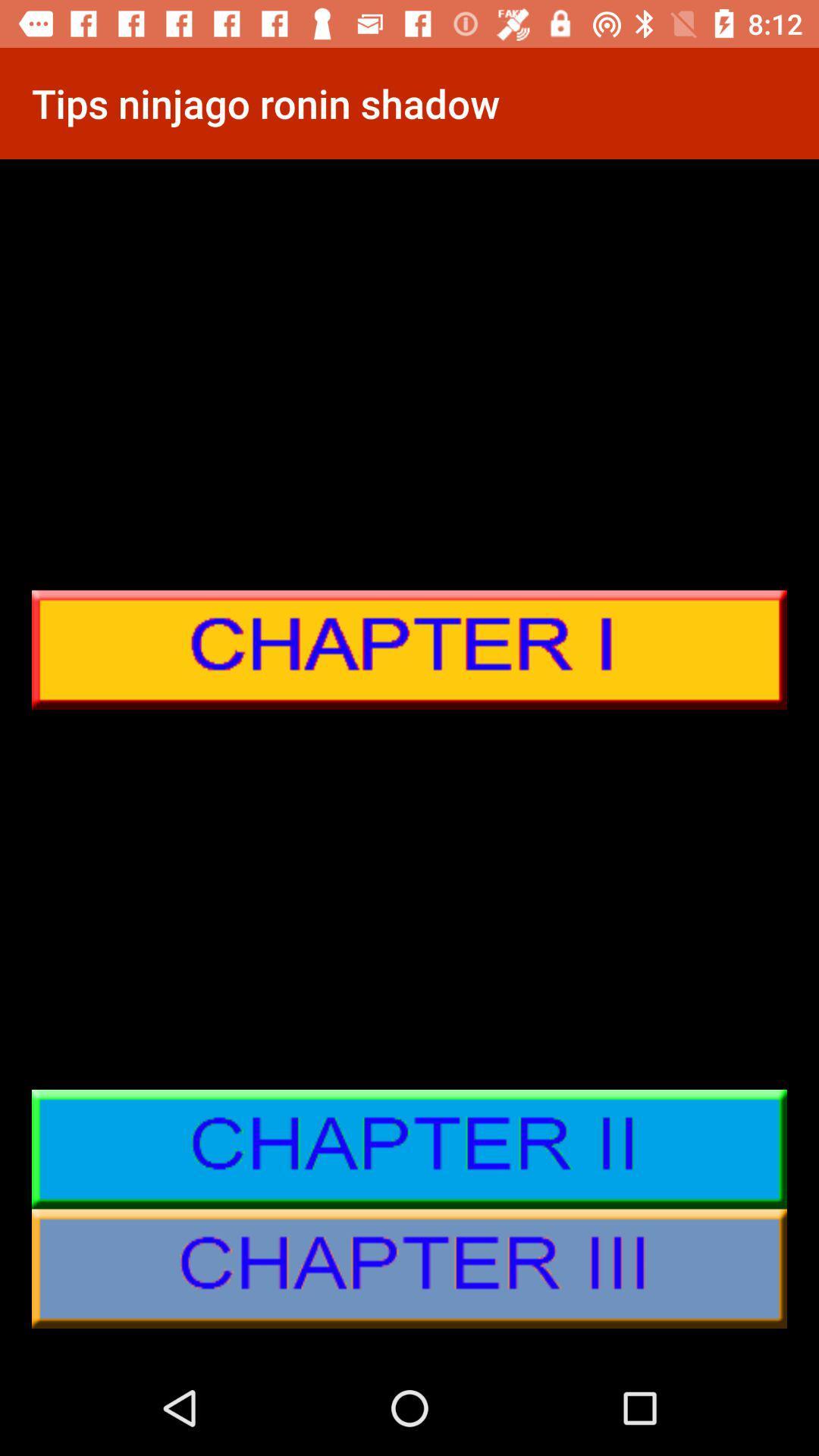  What do you see at coordinates (409, 1149) in the screenshot?
I see `select option` at bounding box center [409, 1149].